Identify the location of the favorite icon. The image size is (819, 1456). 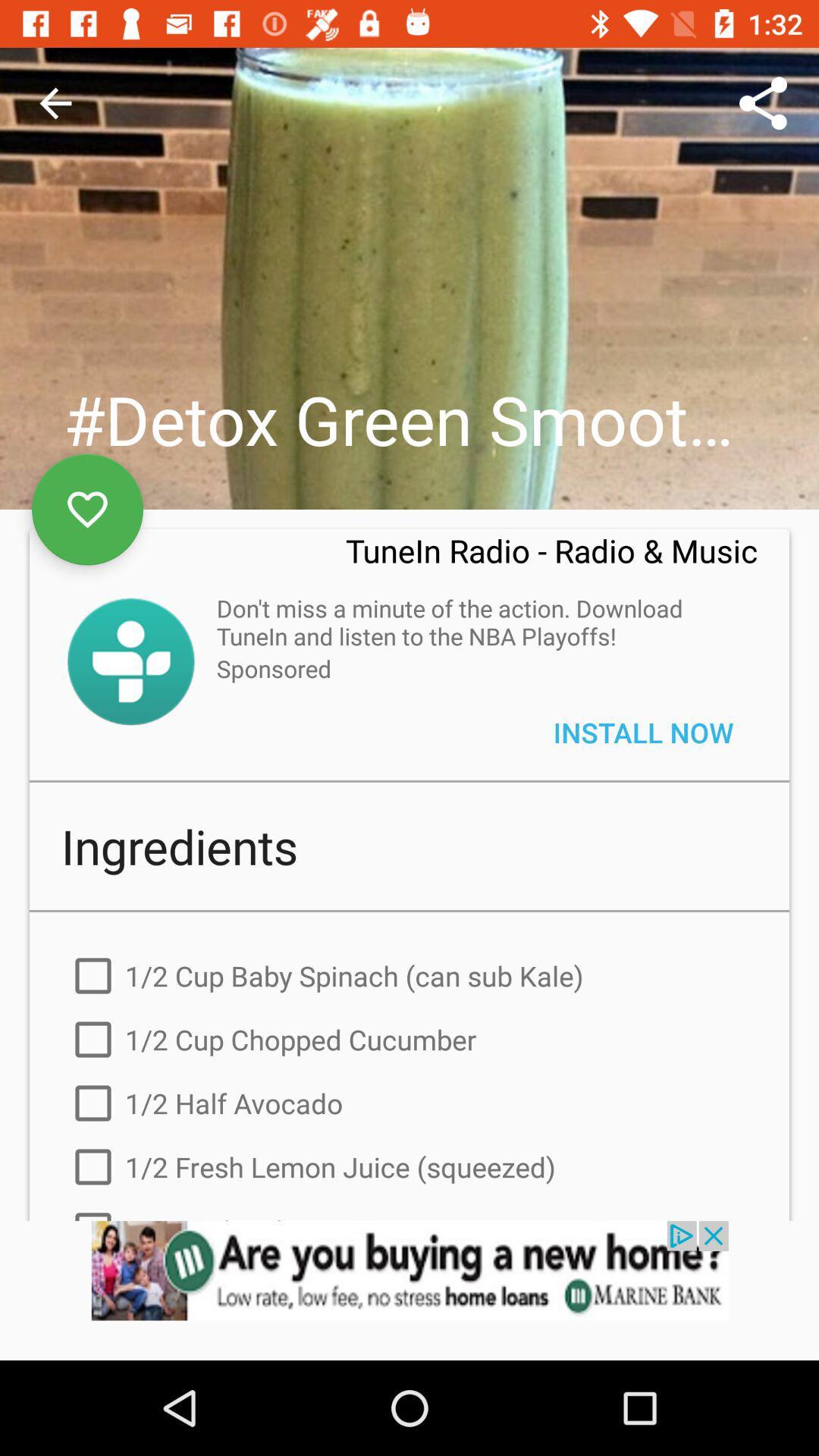
(87, 510).